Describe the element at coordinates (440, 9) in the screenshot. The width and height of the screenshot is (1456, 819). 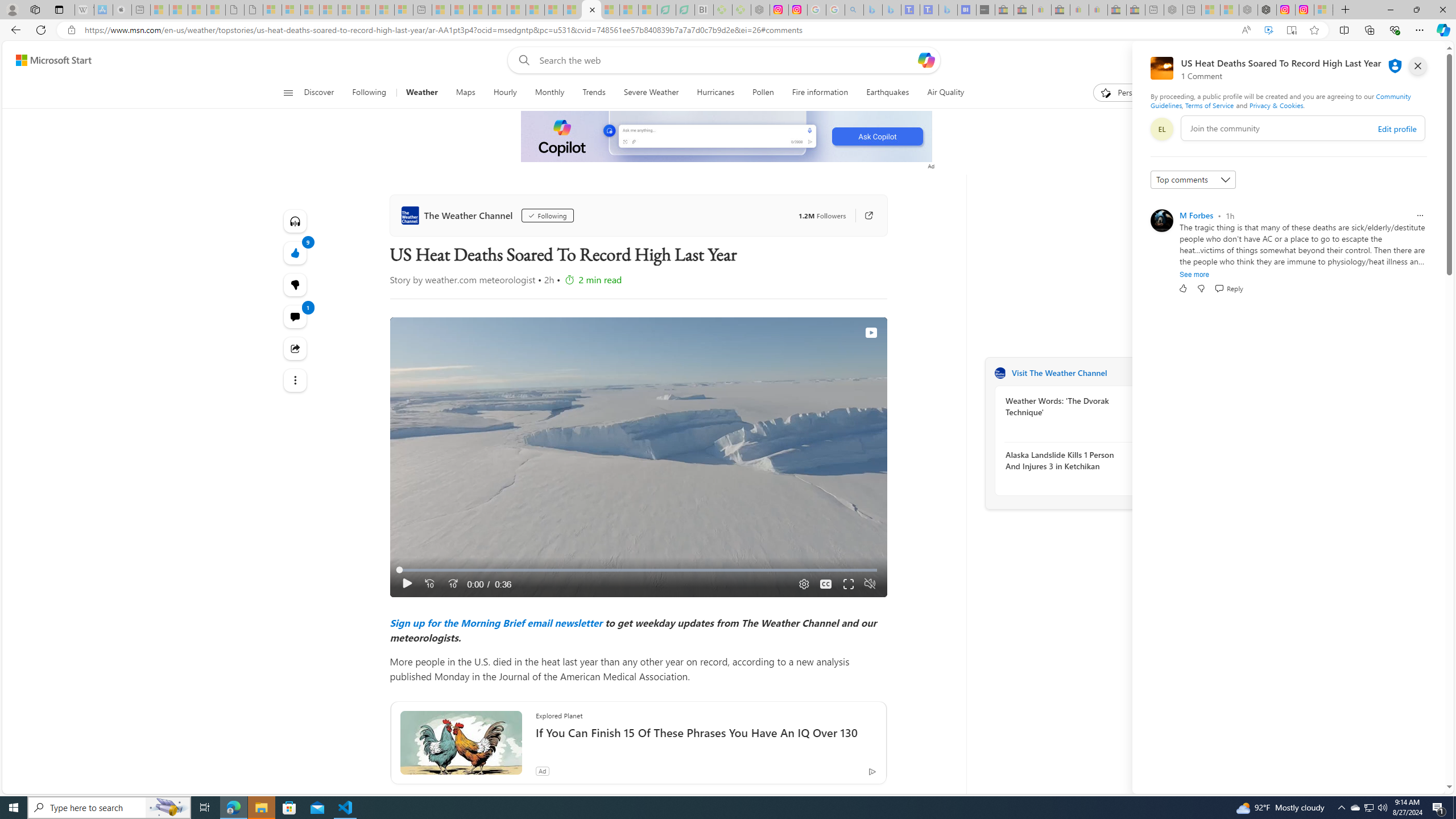
I see `'Top Stories - MSN - Sleeping'` at that location.